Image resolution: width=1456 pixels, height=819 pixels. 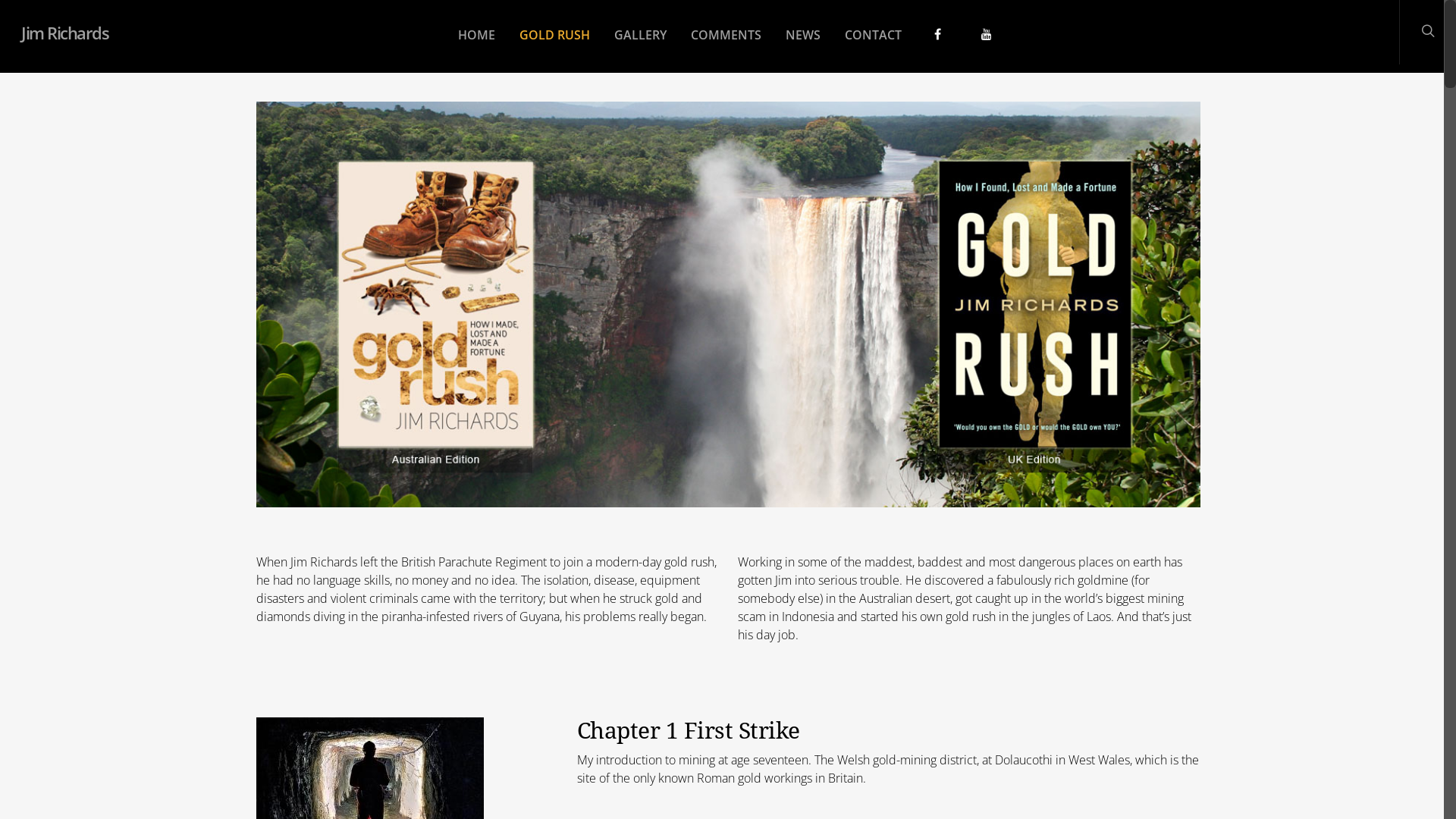 What do you see at coordinates (639, 45) in the screenshot?
I see `'GALLERY'` at bounding box center [639, 45].